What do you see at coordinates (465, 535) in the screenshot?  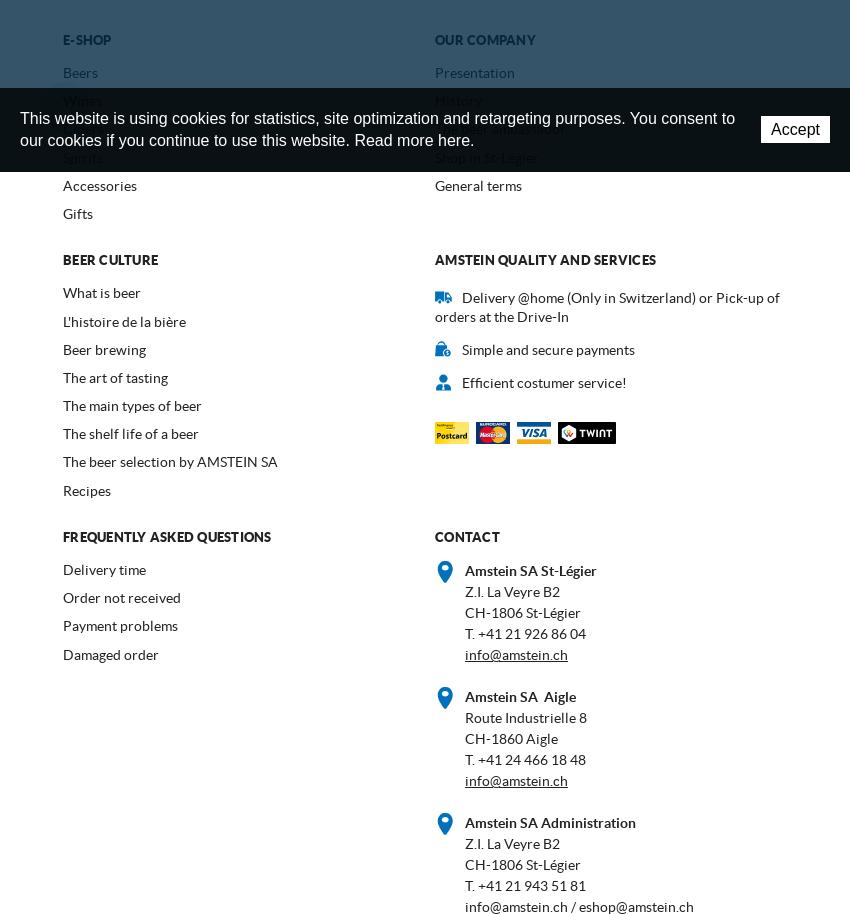 I see `'Contact'` at bounding box center [465, 535].